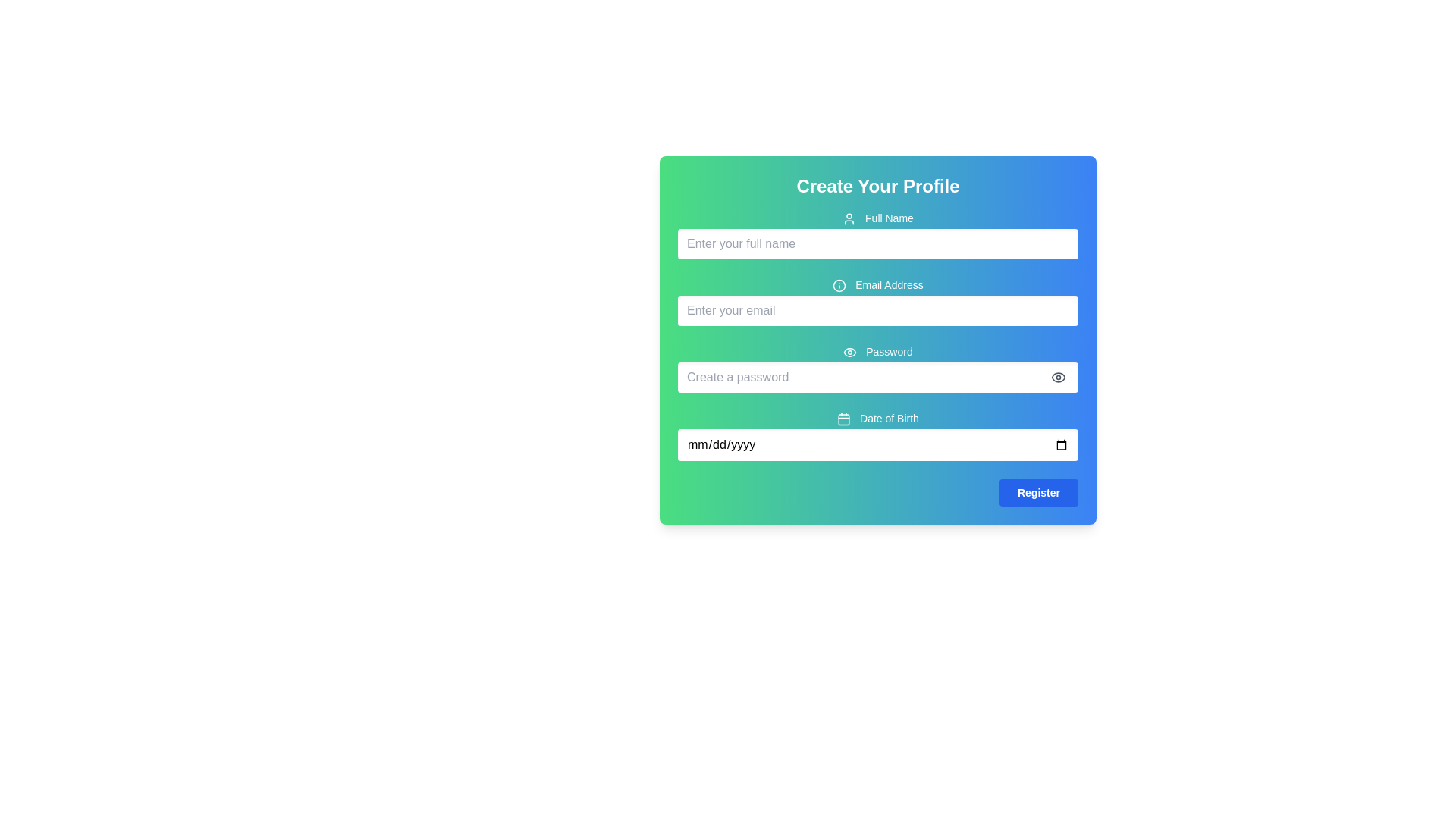  What do you see at coordinates (843, 419) in the screenshot?
I see `the minimalist calendar icon located to the left of the 'mm/dd/yyyy' input field under the 'Date of Birth' heading` at bounding box center [843, 419].